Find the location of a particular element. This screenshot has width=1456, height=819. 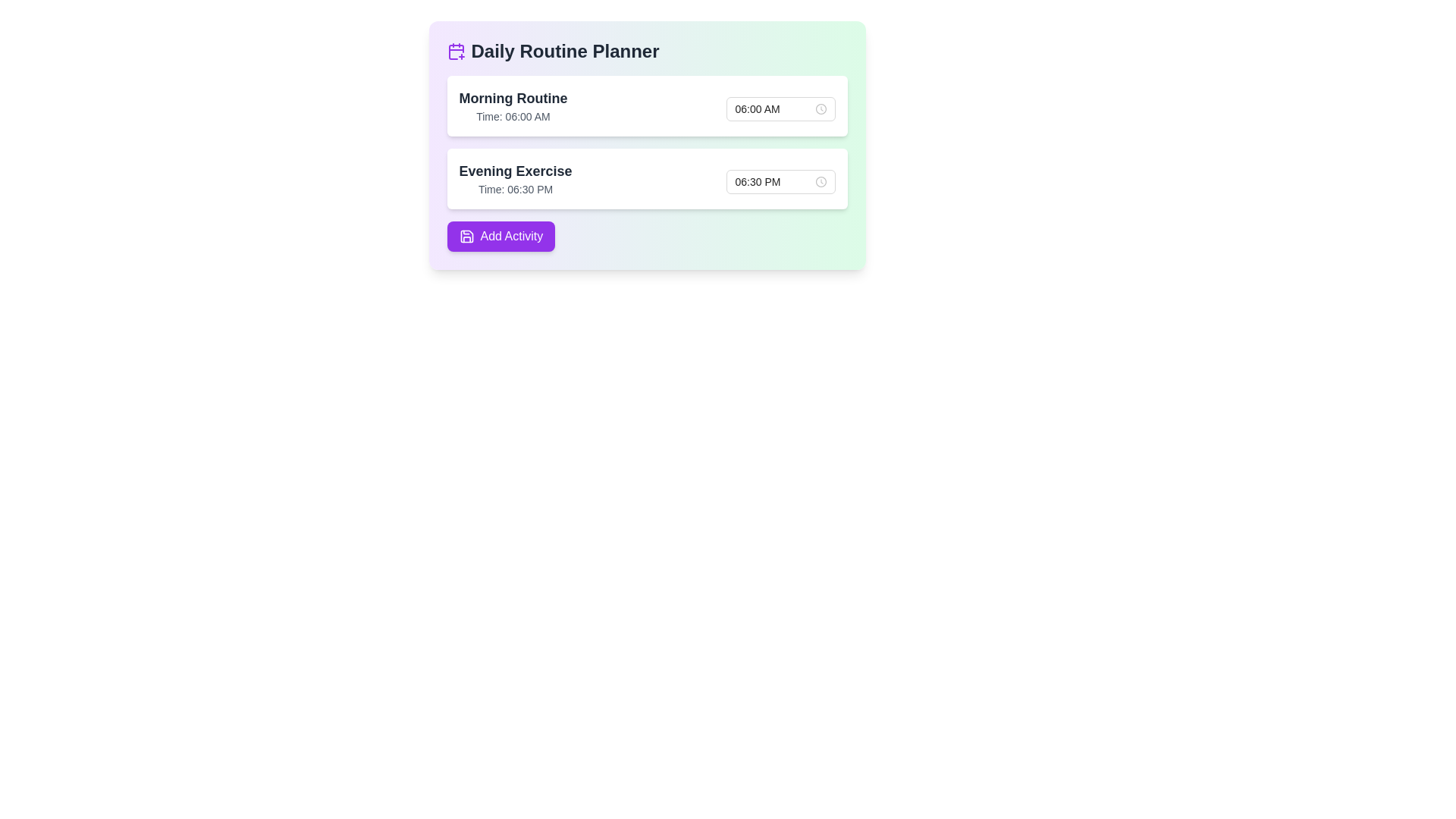

scheduled time text displayed below the 'Morning Routine' header in the upper-left card layout is located at coordinates (513, 116).